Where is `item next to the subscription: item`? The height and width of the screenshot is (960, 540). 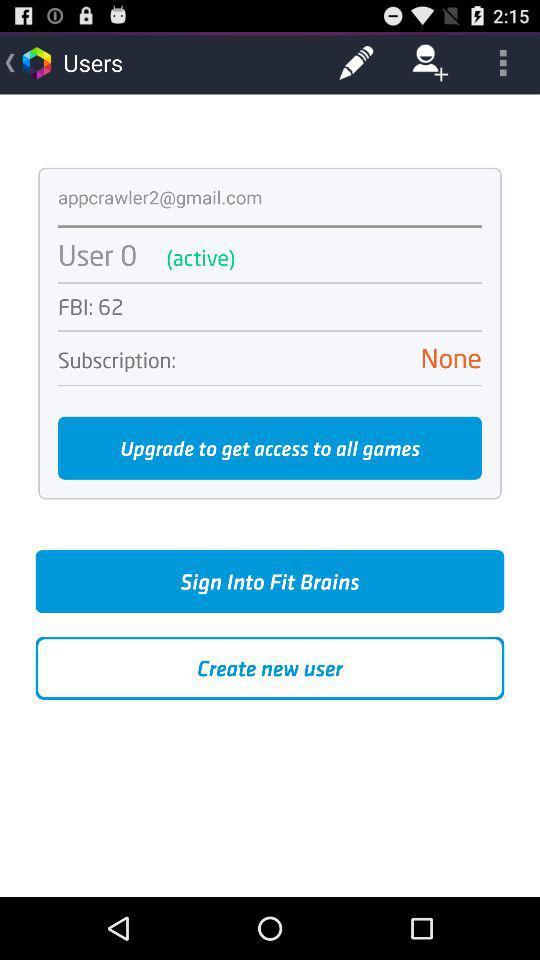 item next to the subscription: item is located at coordinates (337, 358).